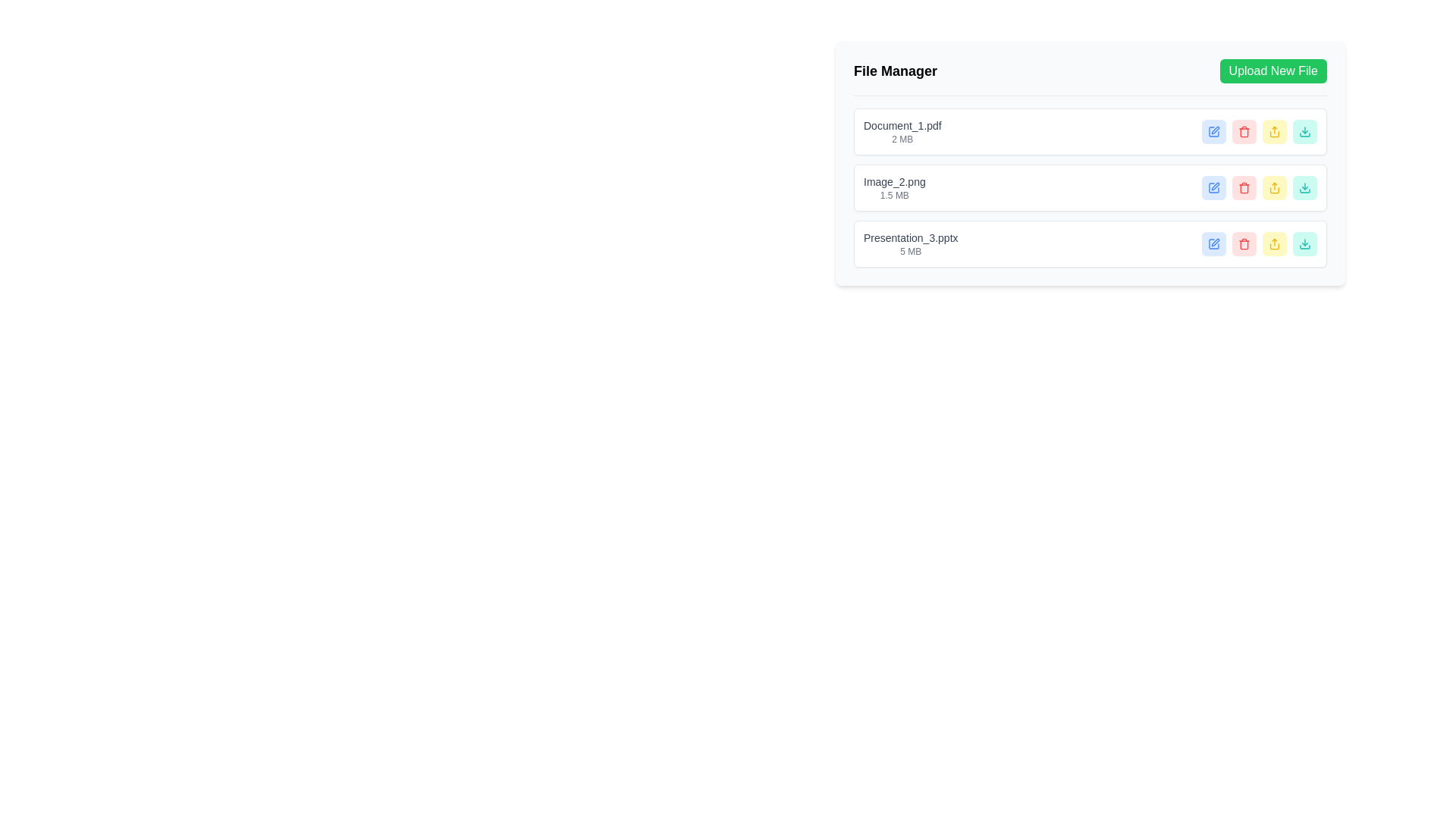 The height and width of the screenshot is (819, 1456). What do you see at coordinates (1244, 187) in the screenshot?
I see `the trash icon button located in the second column of action buttons from the right, which is the third button in the horizontal group of four buttons, to initiate a delete action for the file 'Image_2.png'` at bounding box center [1244, 187].